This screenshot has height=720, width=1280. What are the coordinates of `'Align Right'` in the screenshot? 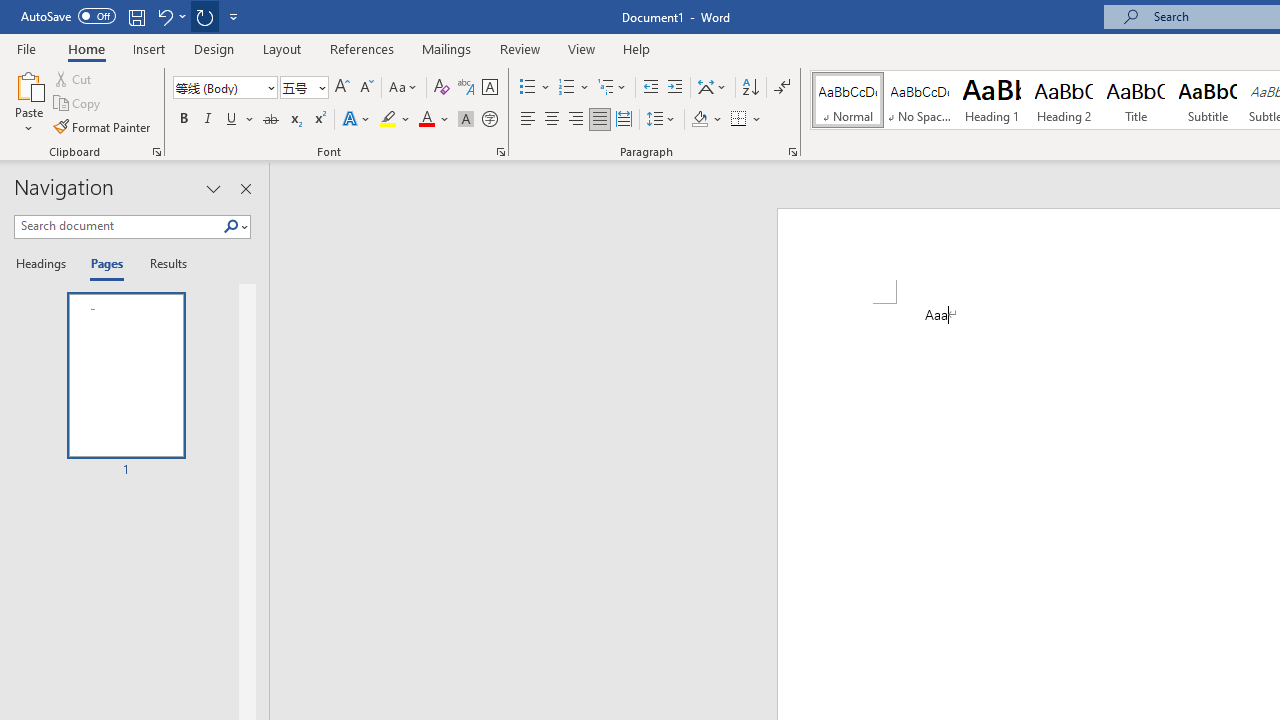 It's located at (575, 119).